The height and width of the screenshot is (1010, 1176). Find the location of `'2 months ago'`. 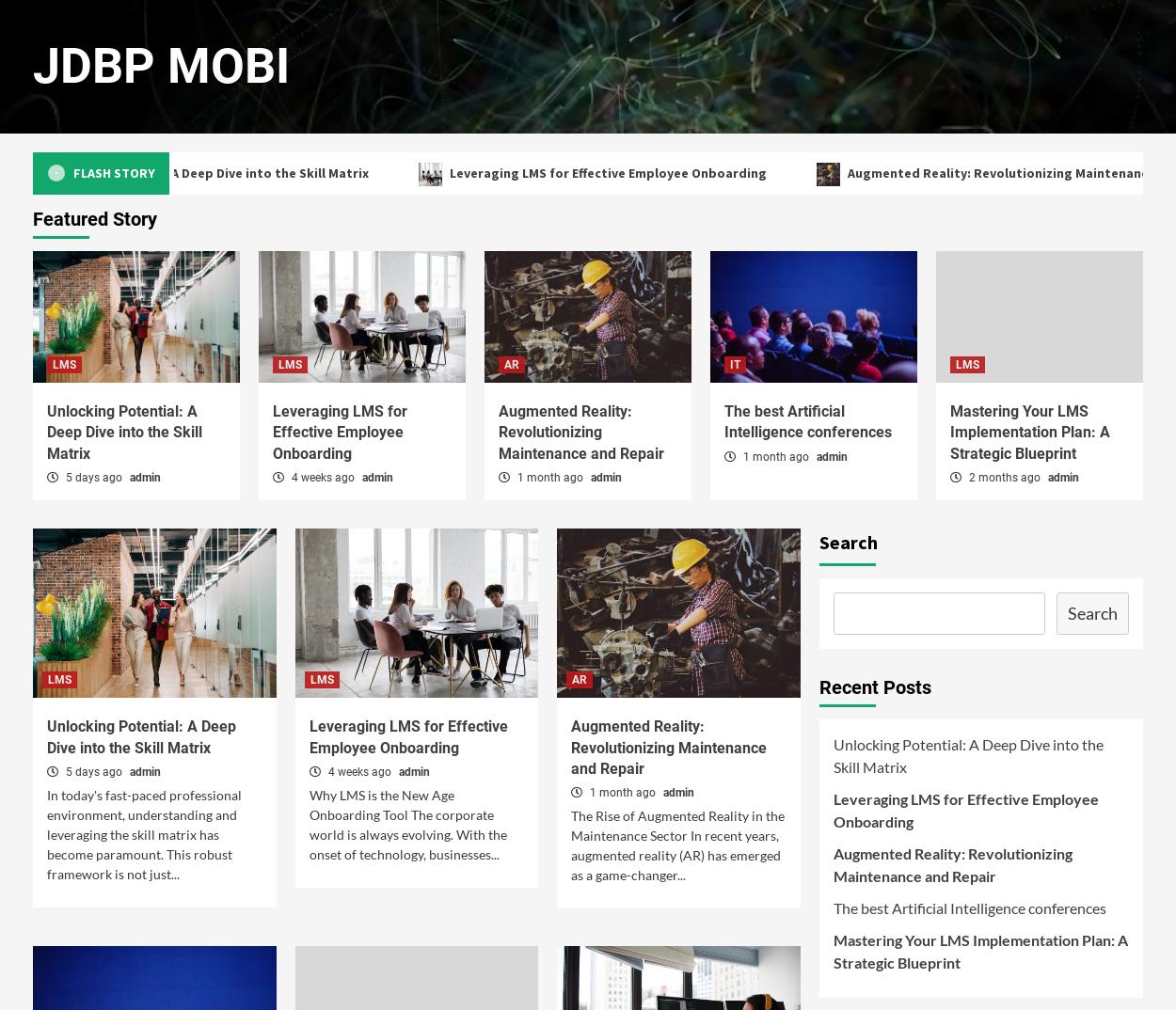

'2 months ago' is located at coordinates (1004, 478).